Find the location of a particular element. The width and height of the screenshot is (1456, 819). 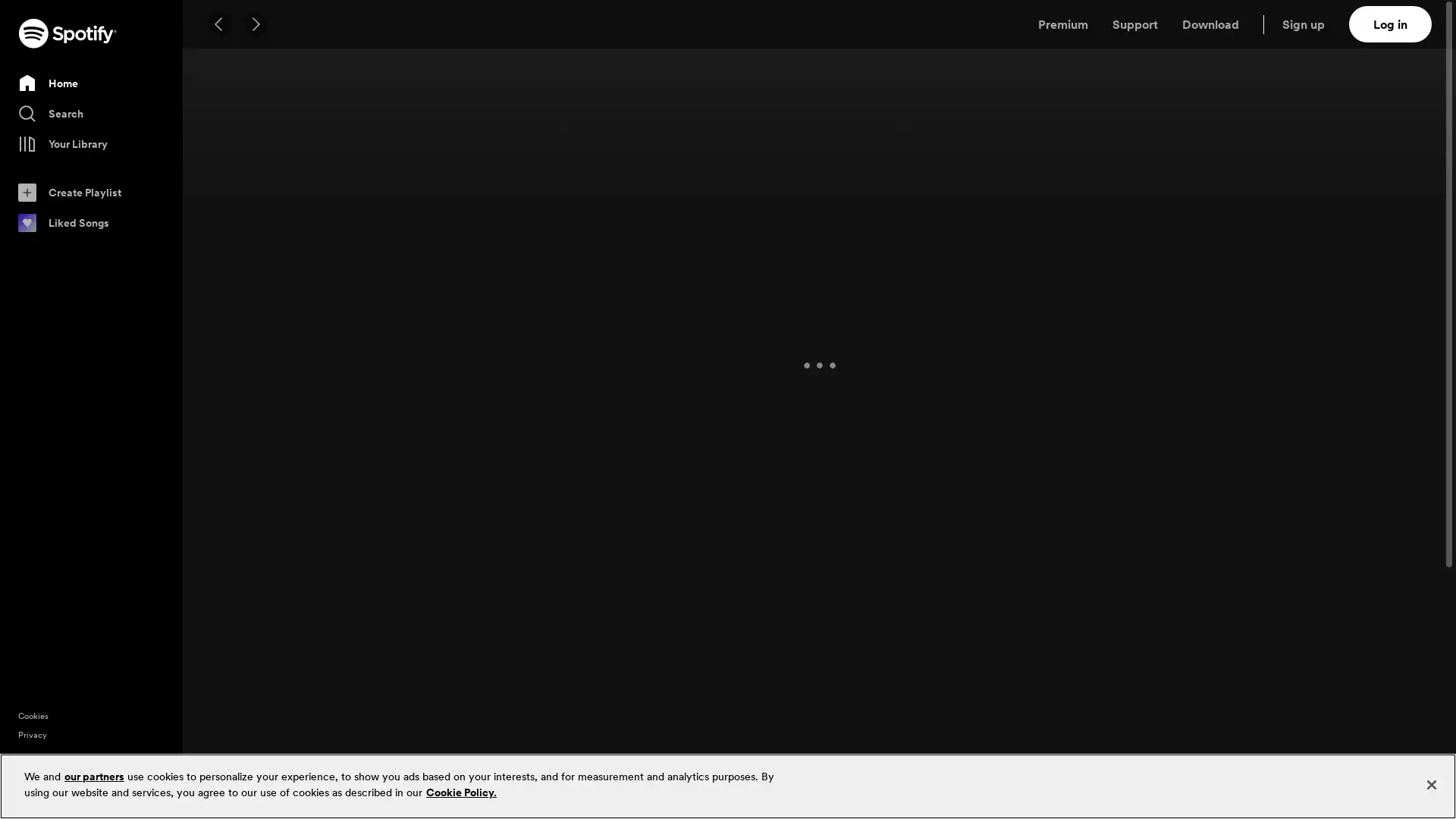

Play Party Cove is located at coordinates (1395, 762).